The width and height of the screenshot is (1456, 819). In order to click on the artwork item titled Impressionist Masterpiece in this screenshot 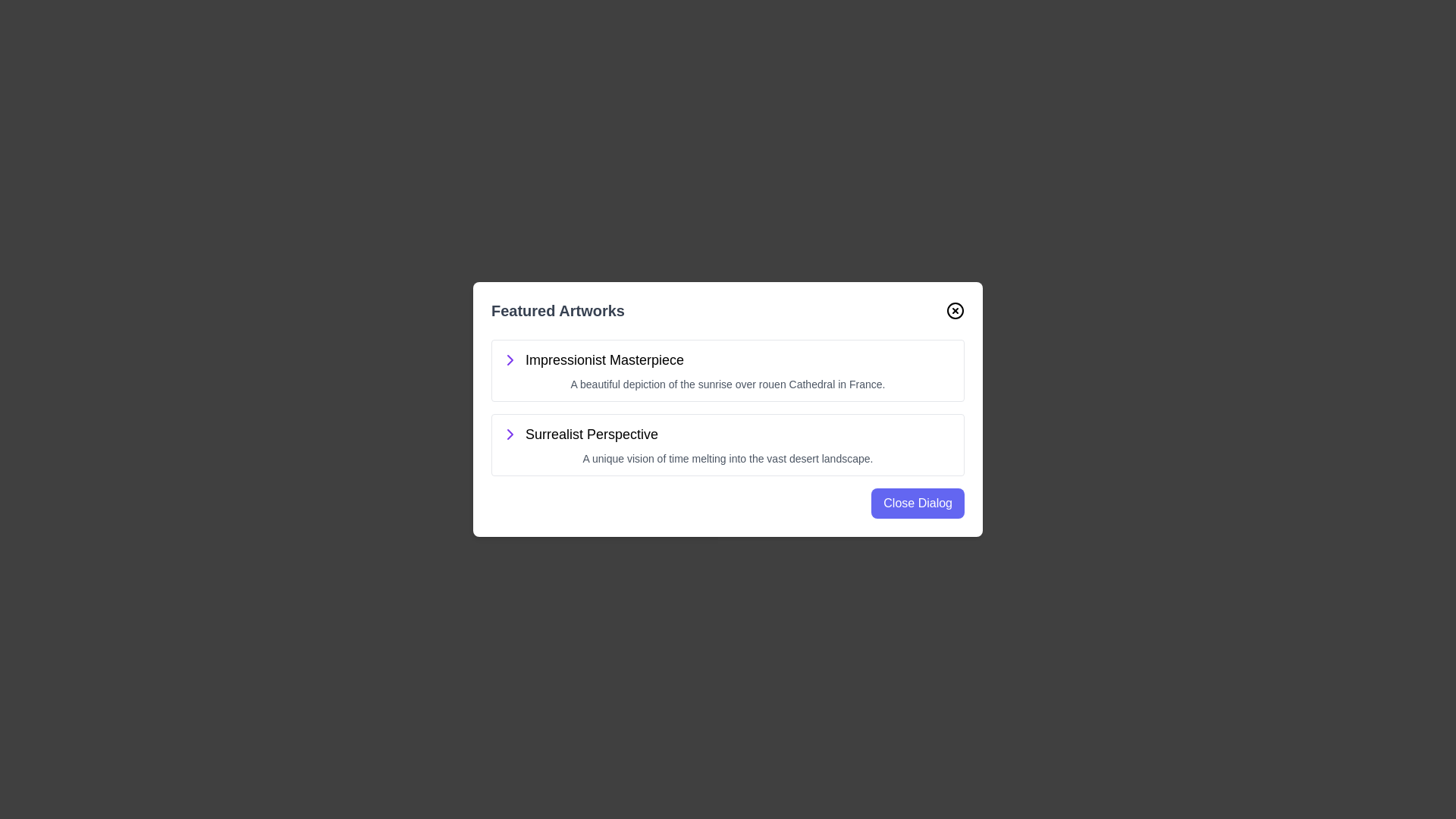, I will do `click(728, 371)`.